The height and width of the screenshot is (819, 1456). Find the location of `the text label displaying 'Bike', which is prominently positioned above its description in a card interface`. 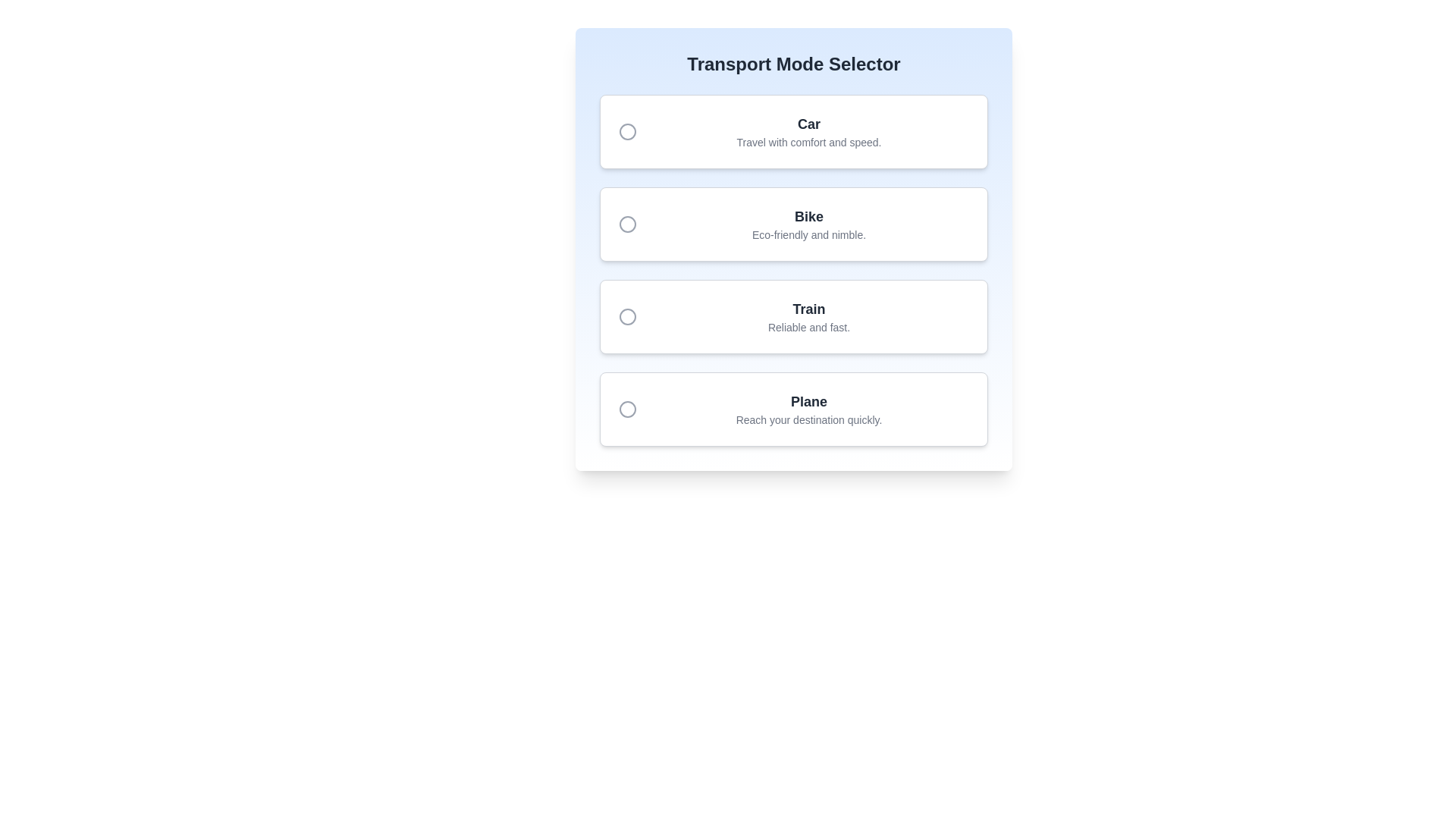

the text label displaying 'Bike', which is prominently positioned above its description in a card interface is located at coordinates (808, 216).